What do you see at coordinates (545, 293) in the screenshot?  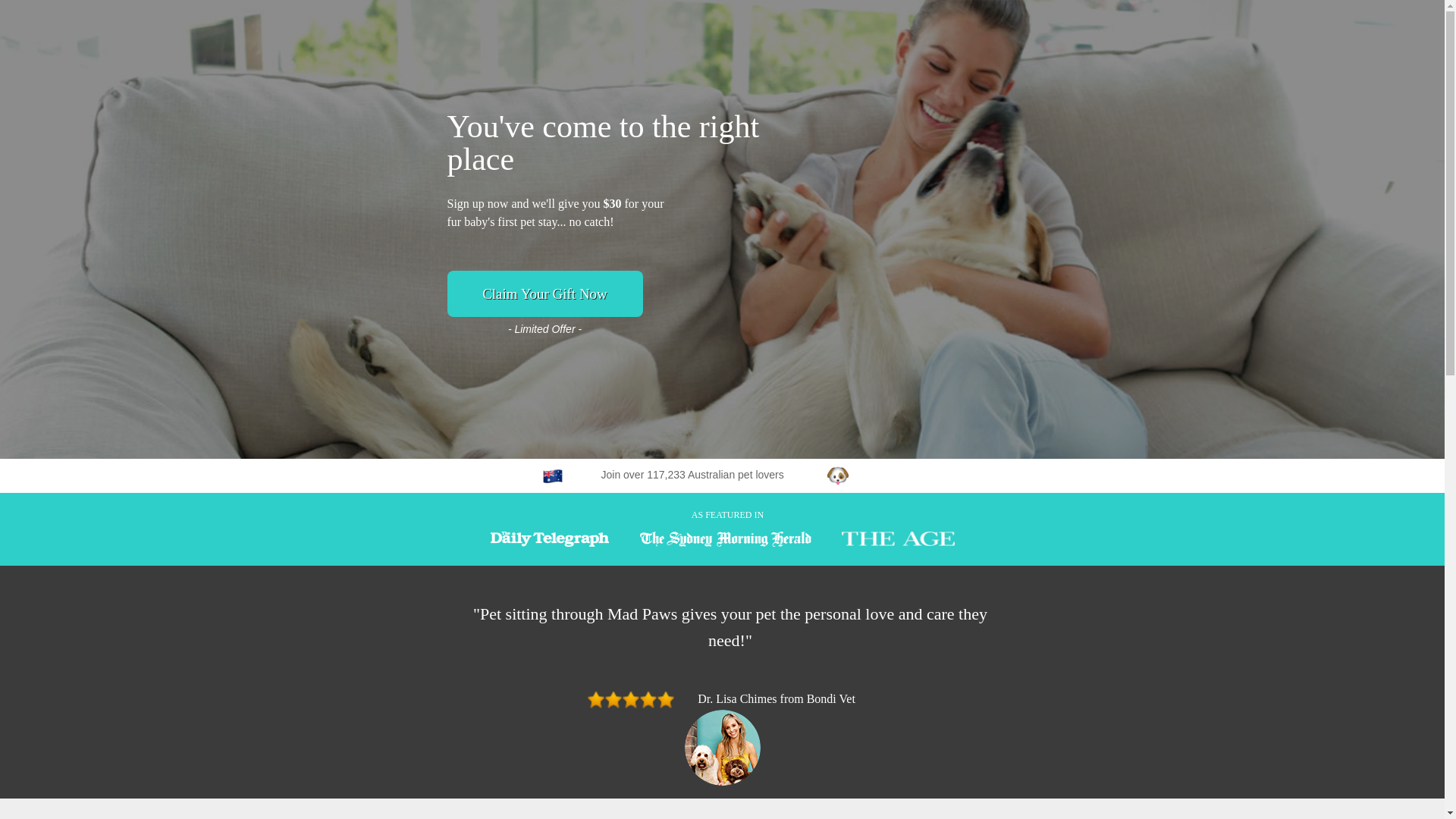 I see `'Claim Your Gift Now'` at bounding box center [545, 293].